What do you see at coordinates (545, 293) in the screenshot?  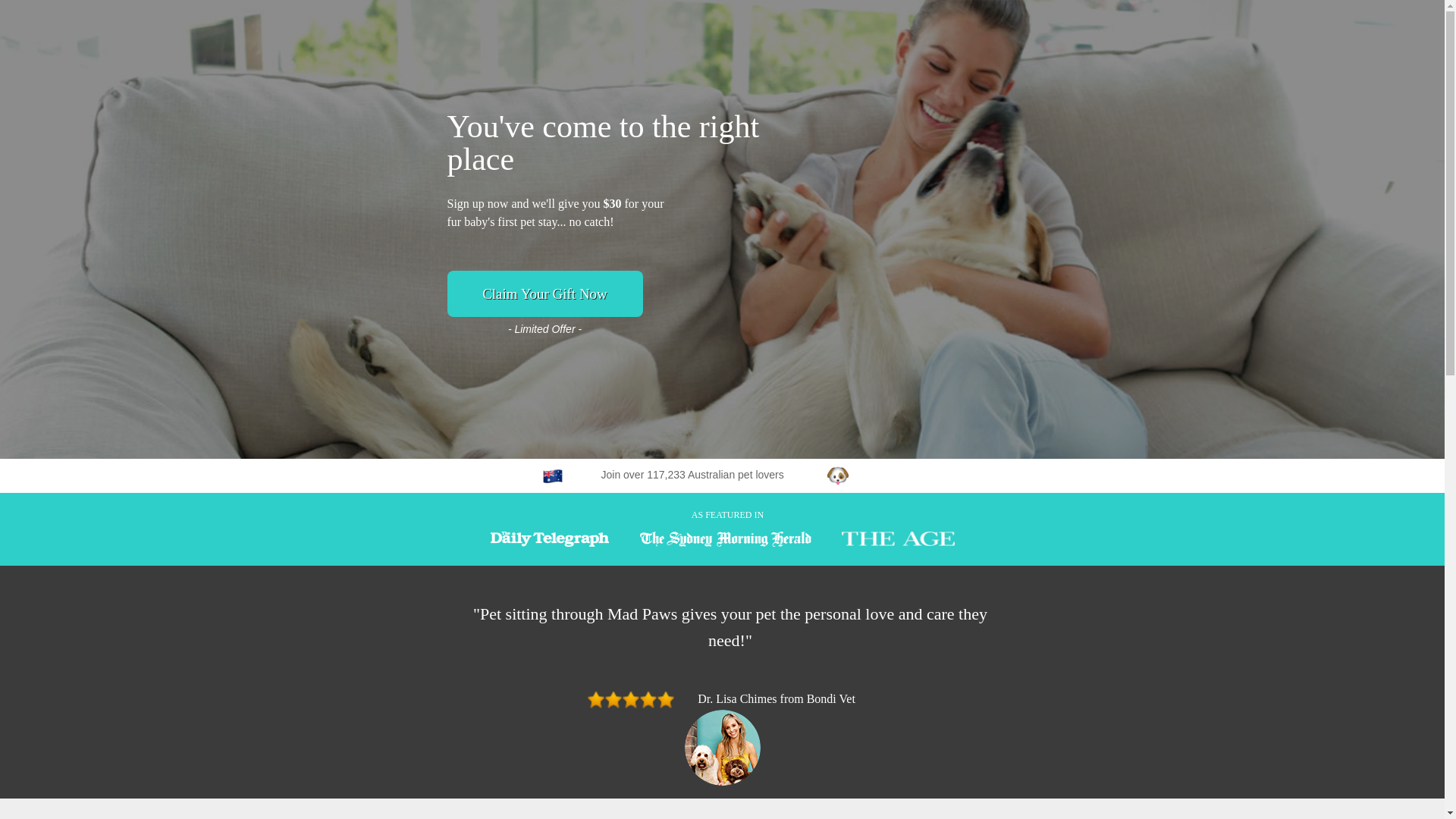 I see `'Claim Your Gift Now'` at bounding box center [545, 293].